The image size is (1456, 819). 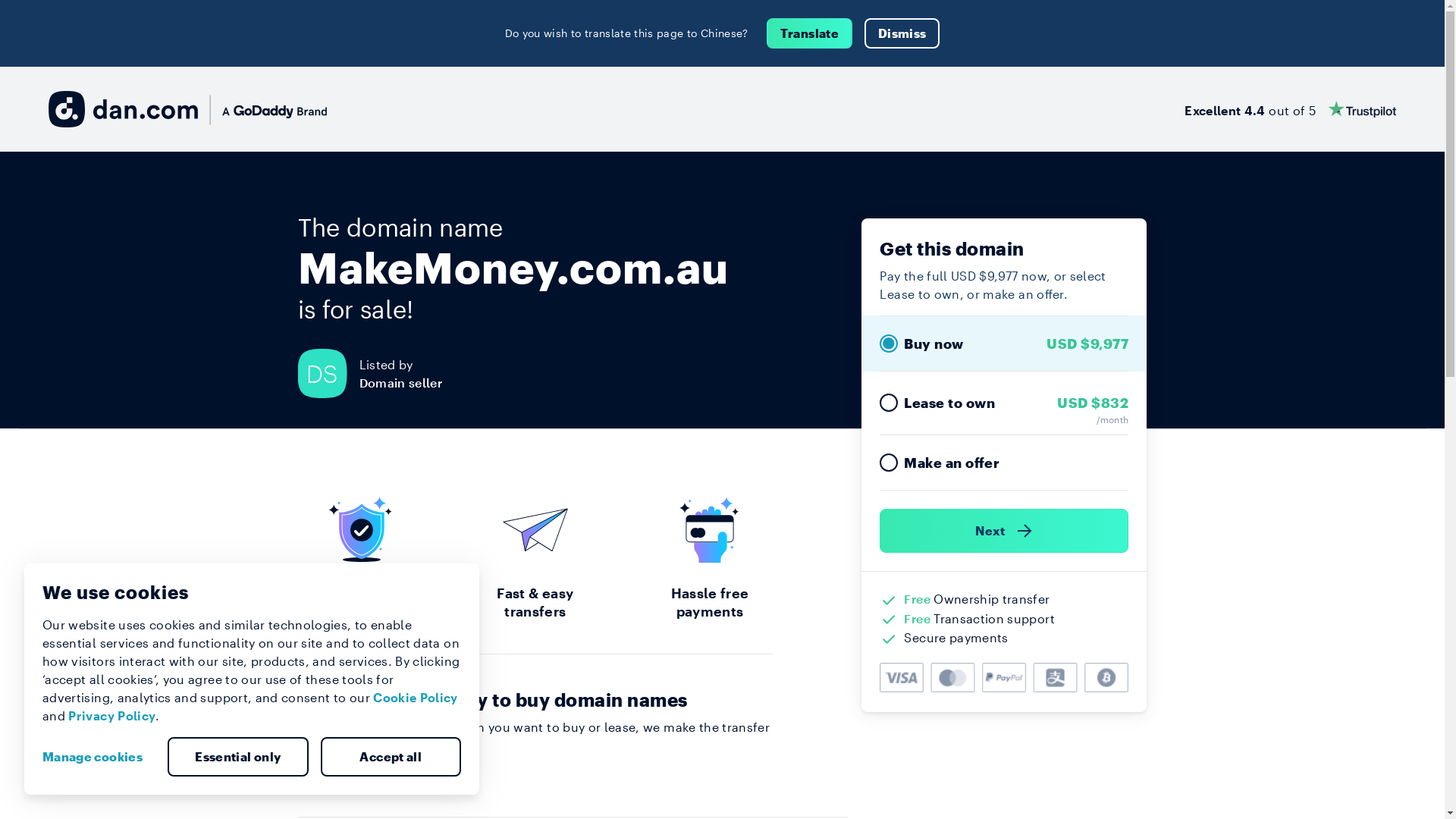 I want to click on 'Privacy Policy', so click(x=111, y=715).